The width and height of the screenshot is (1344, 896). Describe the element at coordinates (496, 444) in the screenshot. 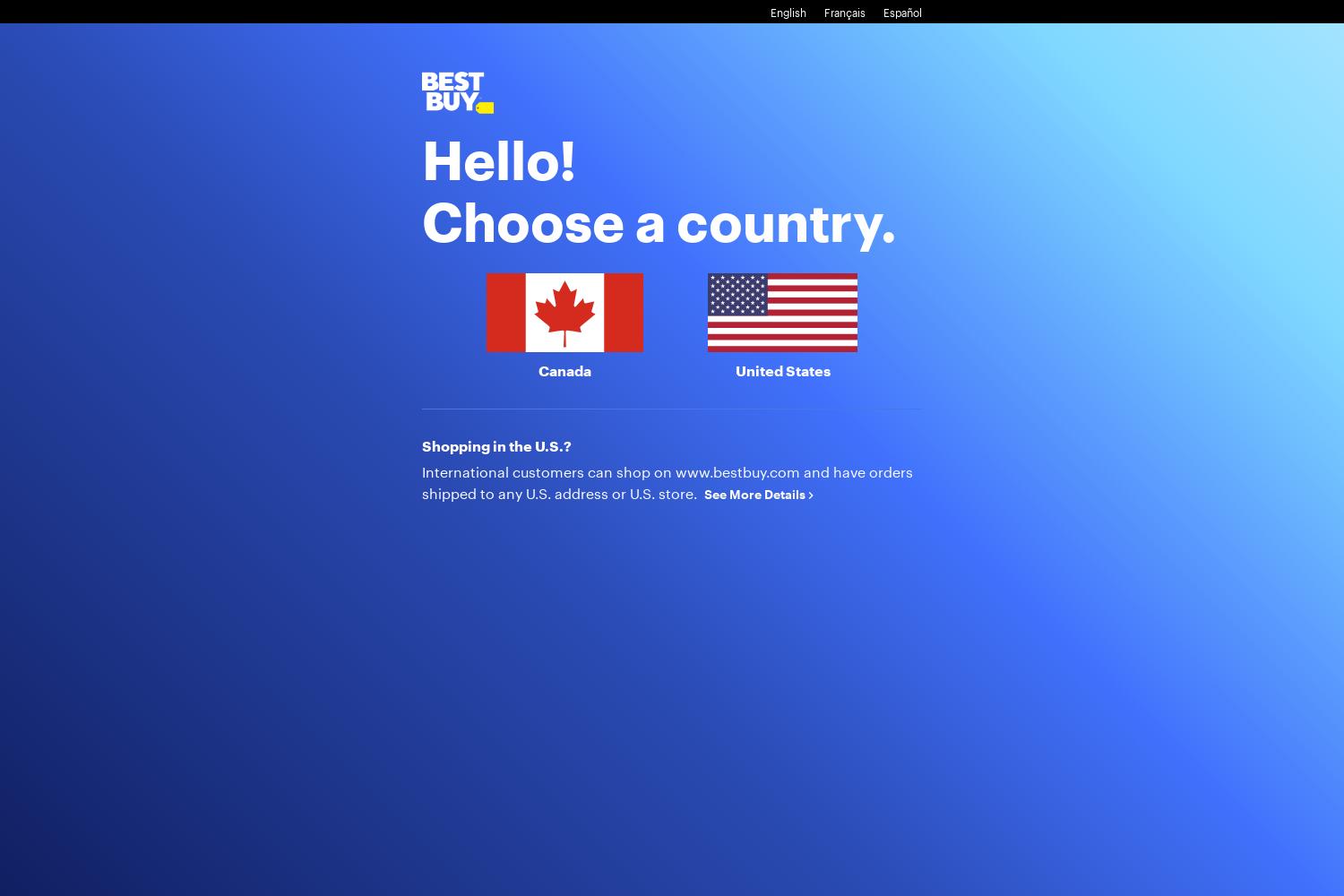

I see `'Shopping in the U.S.?'` at that location.